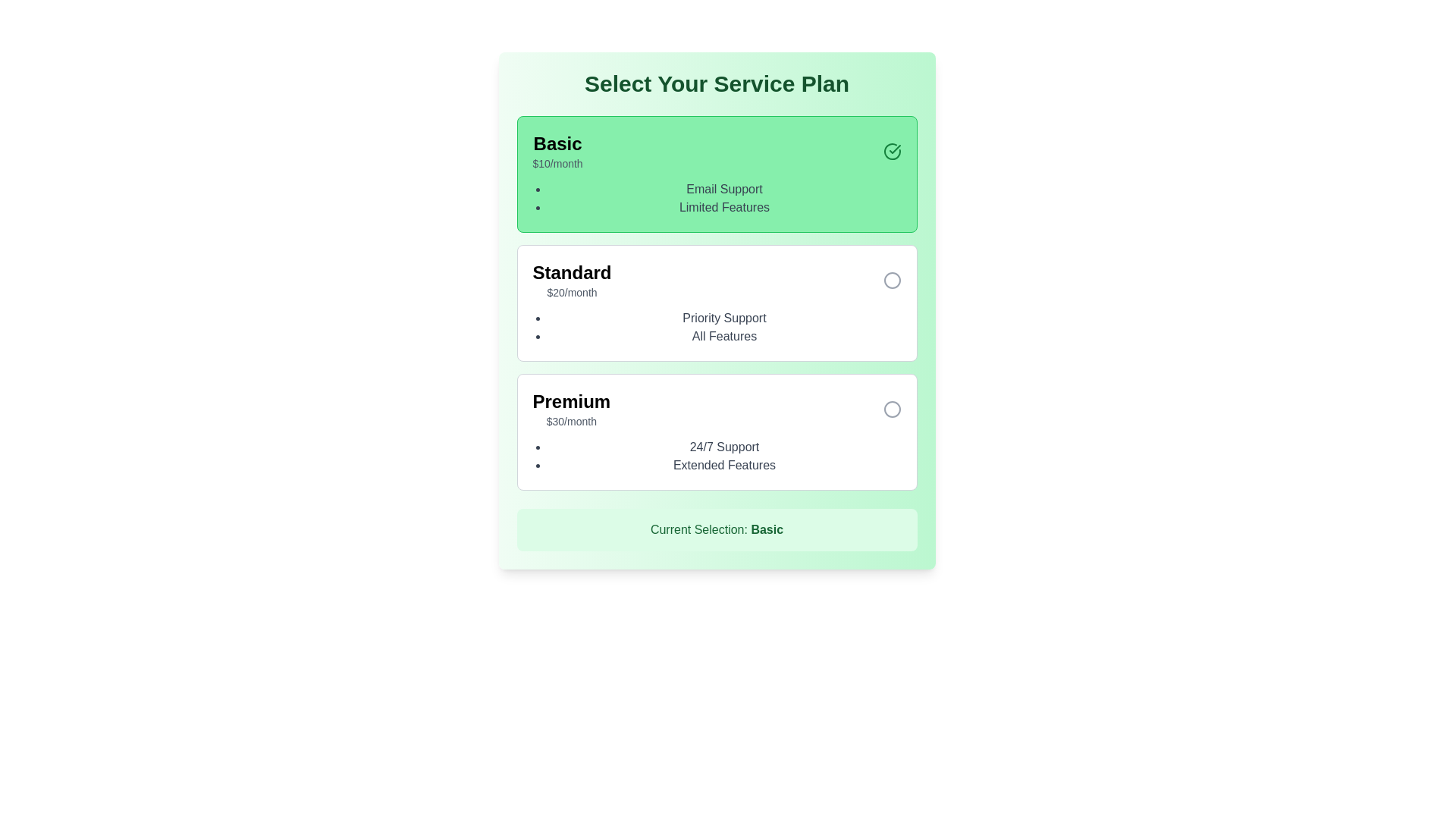 The image size is (1456, 819). Describe the element at coordinates (716, 327) in the screenshot. I see `the bullet list containing text items that detail the features of the 'Standard' service plan, located below the price '$20/month'` at that location.